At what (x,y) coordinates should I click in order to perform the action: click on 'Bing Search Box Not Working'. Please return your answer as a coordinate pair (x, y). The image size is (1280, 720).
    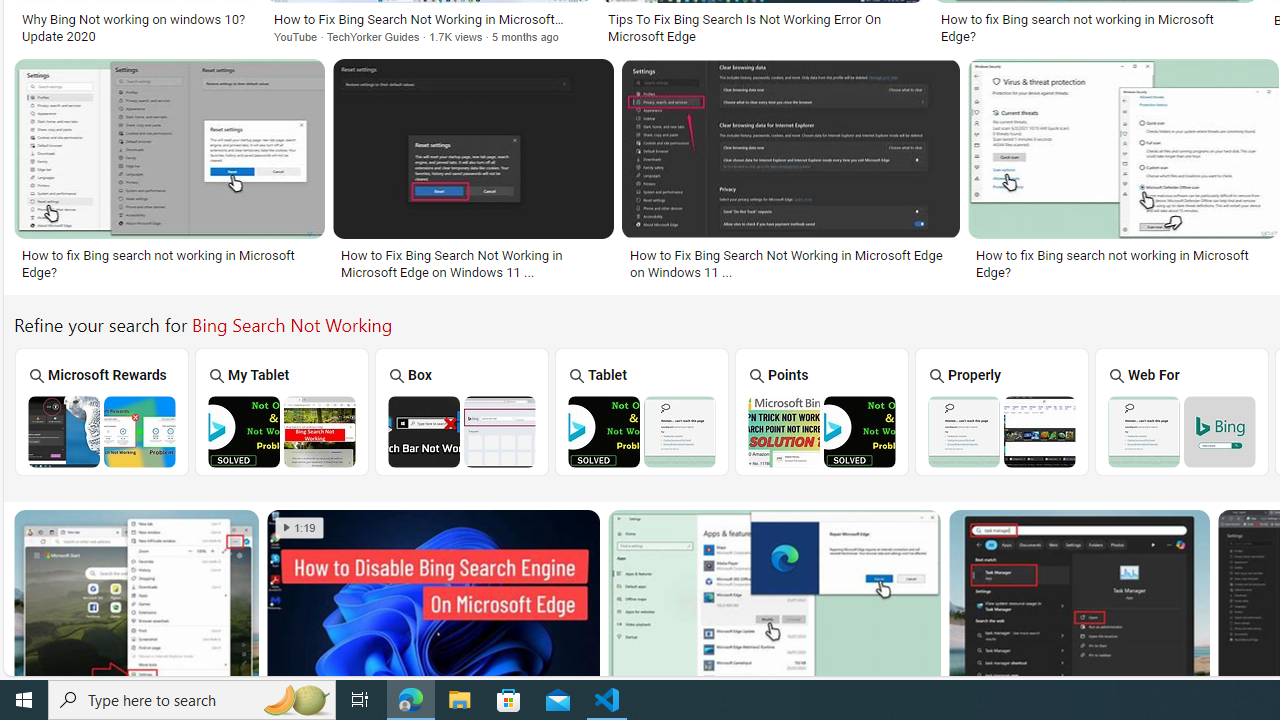
    Looking at the image, I should click on (461, 430).